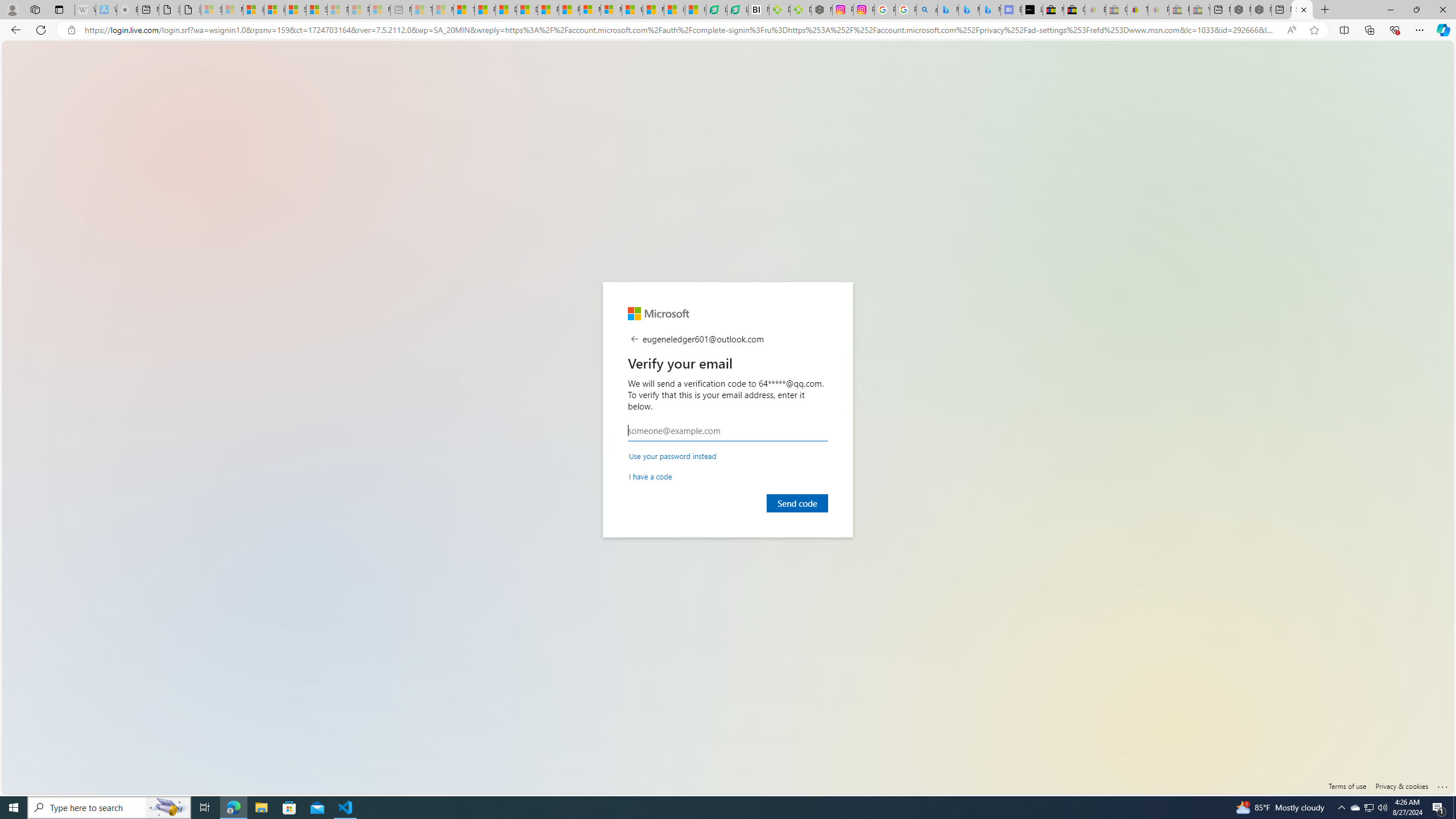  What do you see at coordinates (728, 431) in the screenshot?
I see `'Email'` at bounding box center [728, 431].